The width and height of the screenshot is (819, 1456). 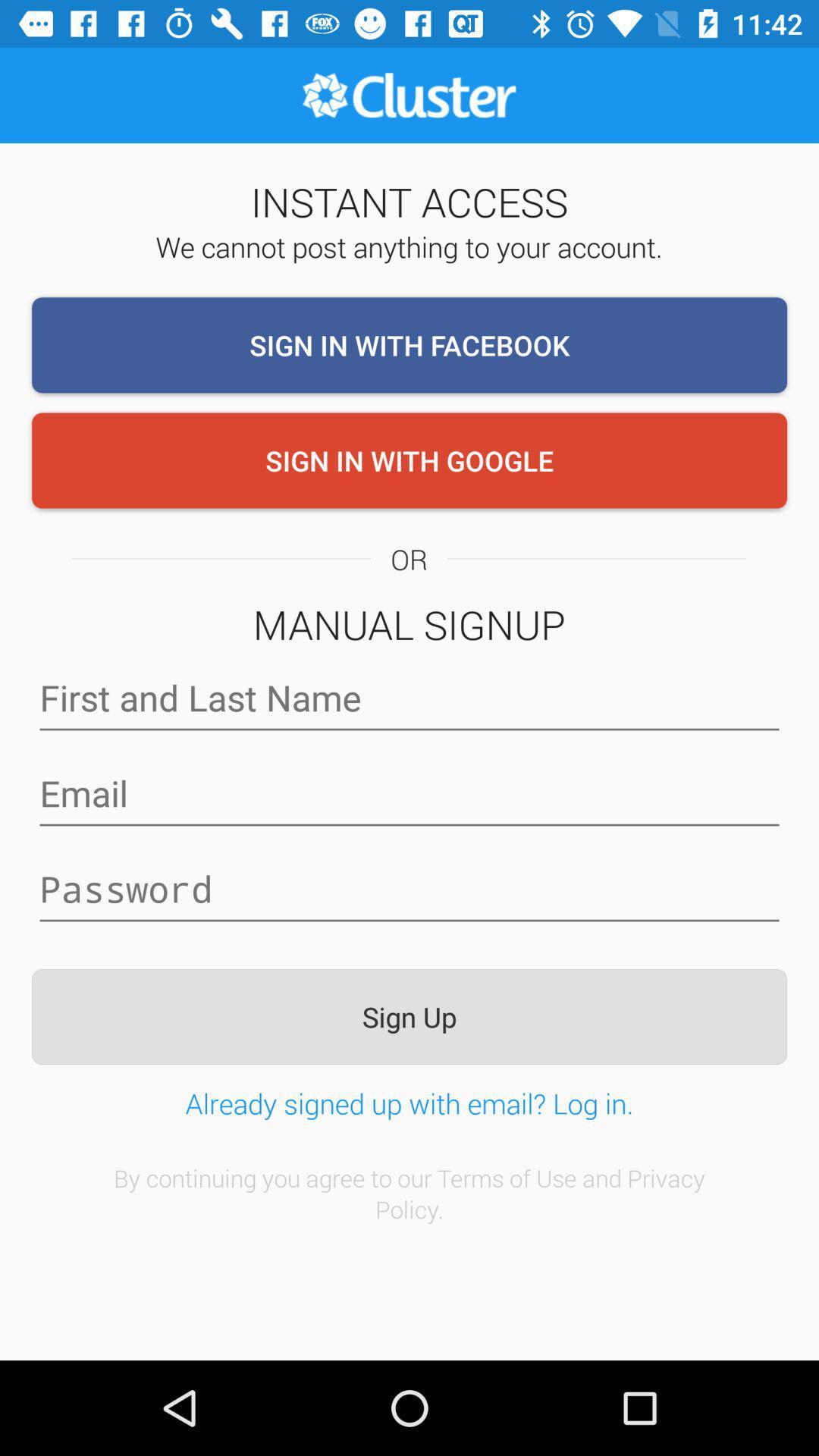 What do you see at coordinates (409, 792) in the screenshot?
I see `because back devicer` at bounding box center [409, 792].